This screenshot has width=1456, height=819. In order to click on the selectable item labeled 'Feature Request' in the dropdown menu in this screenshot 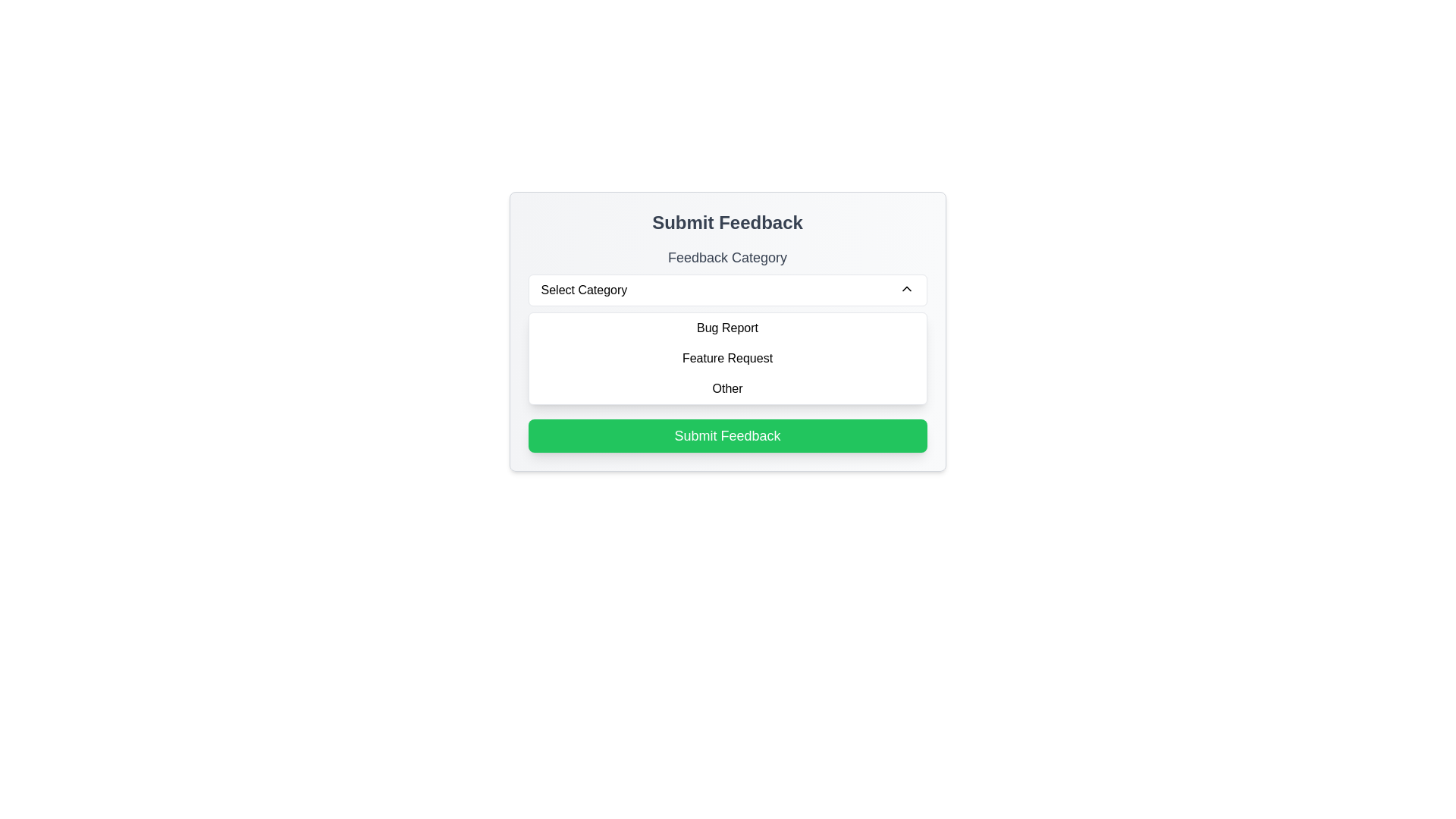, I will do `click(726, 359)`.